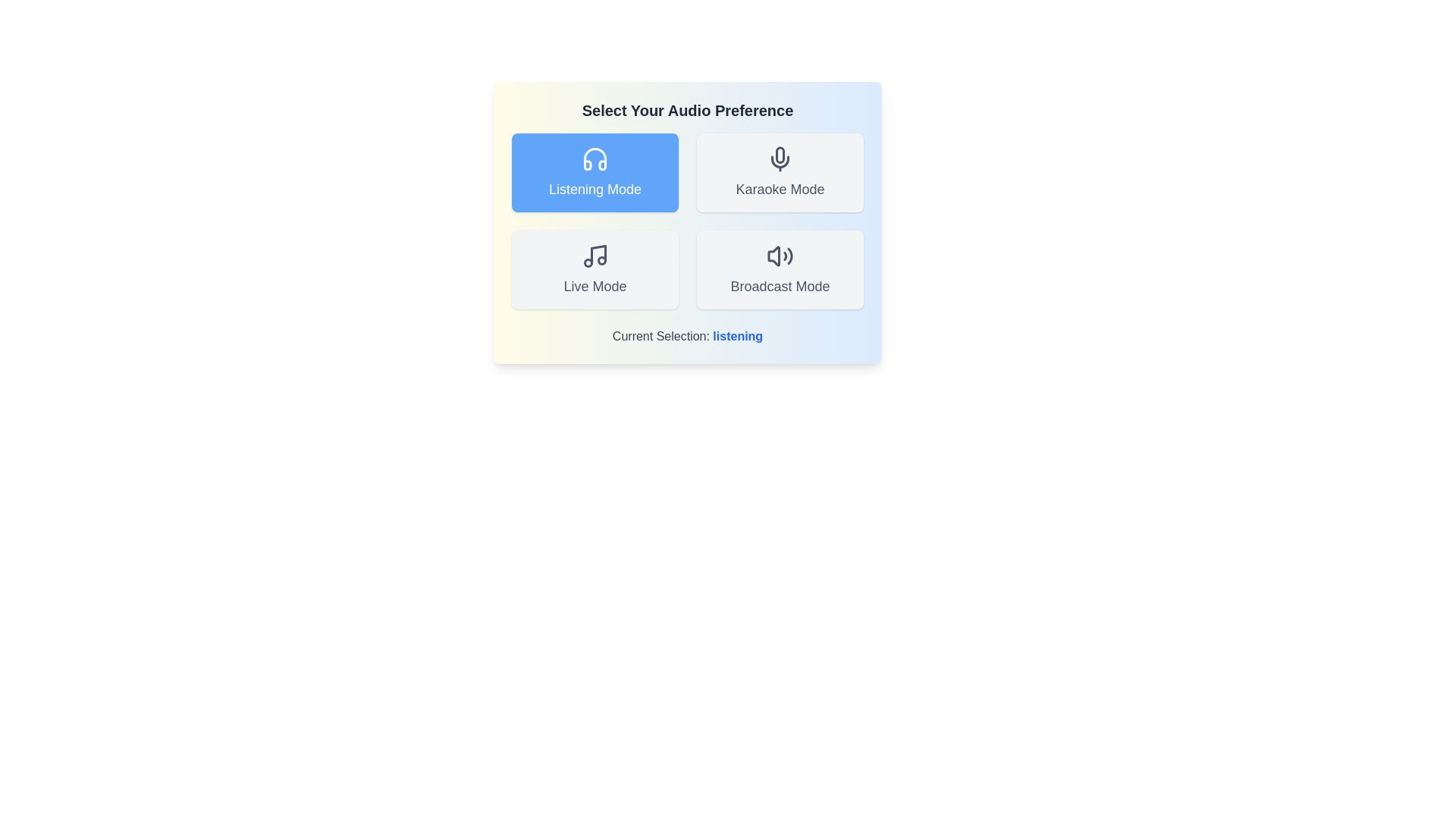  I want to click on the audio mode Listening Mode by clicking the corresponding button, so click(595, 171).